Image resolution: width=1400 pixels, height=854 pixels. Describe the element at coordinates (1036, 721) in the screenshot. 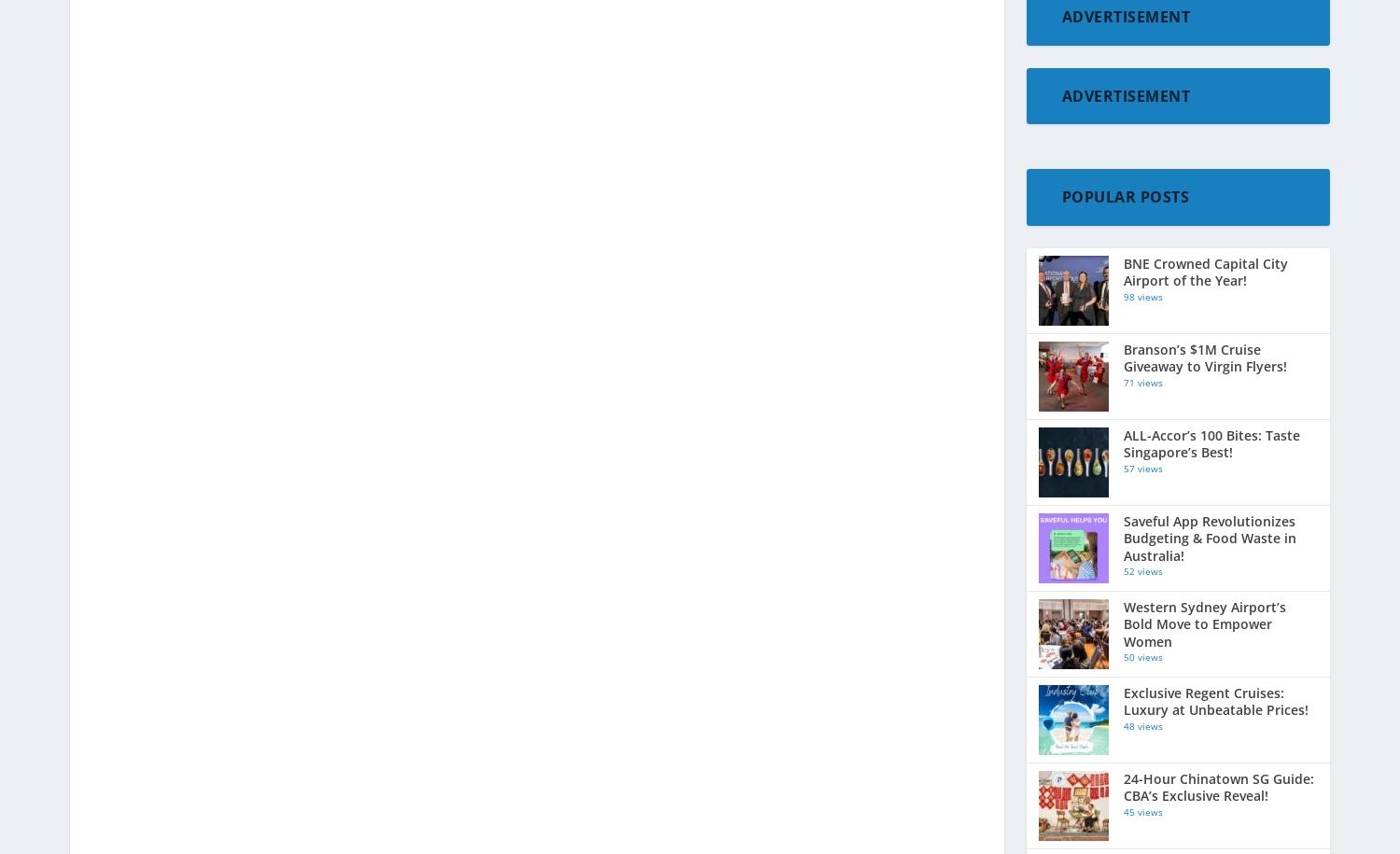

I see `'Nevada'` at that location.